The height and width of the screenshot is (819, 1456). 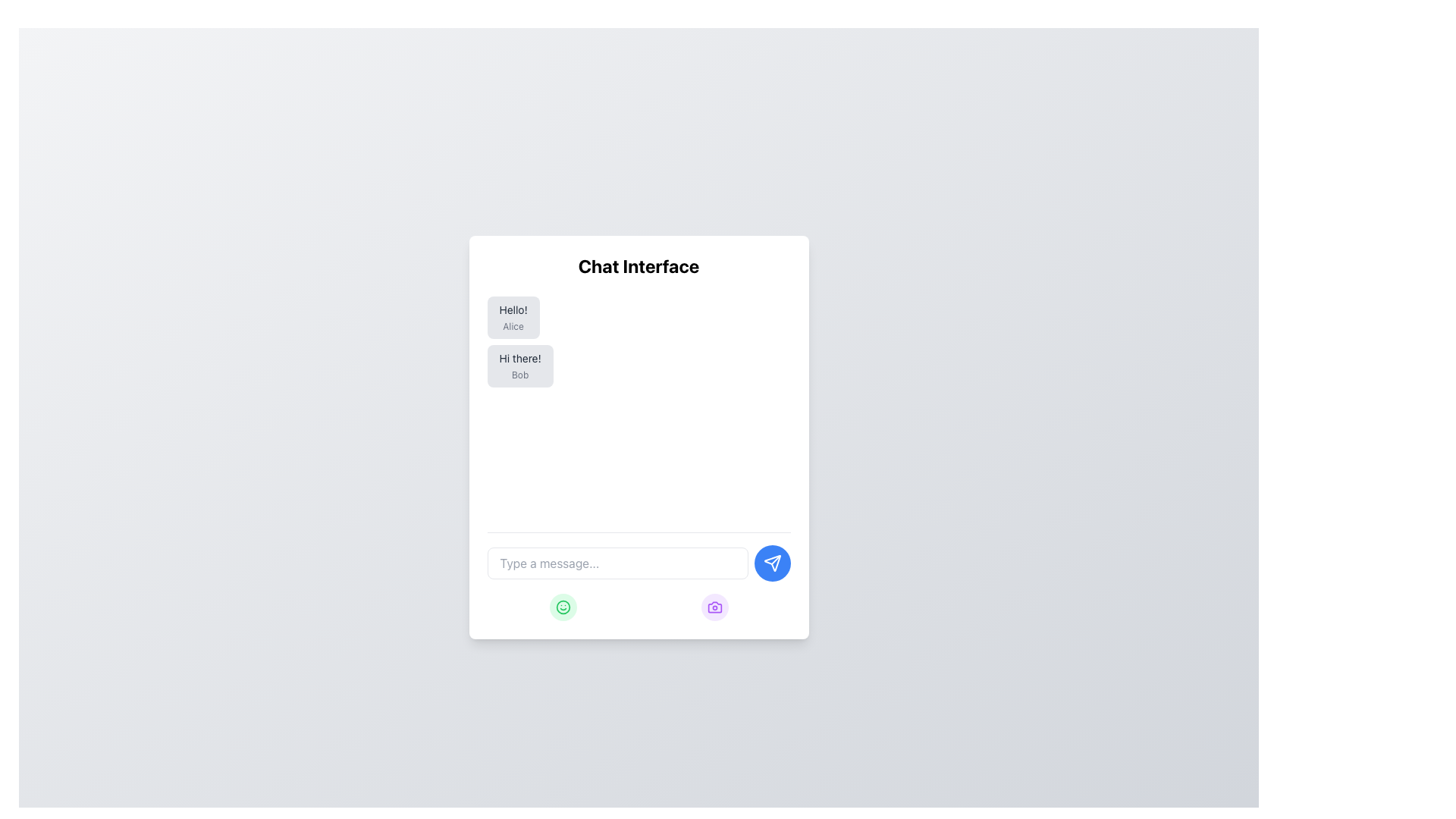 What do you see at coordinates (562, 607) in the screenshot?
I see `the circular button with a light green background and a green smiling face icon` at bounding box center [562, 607].